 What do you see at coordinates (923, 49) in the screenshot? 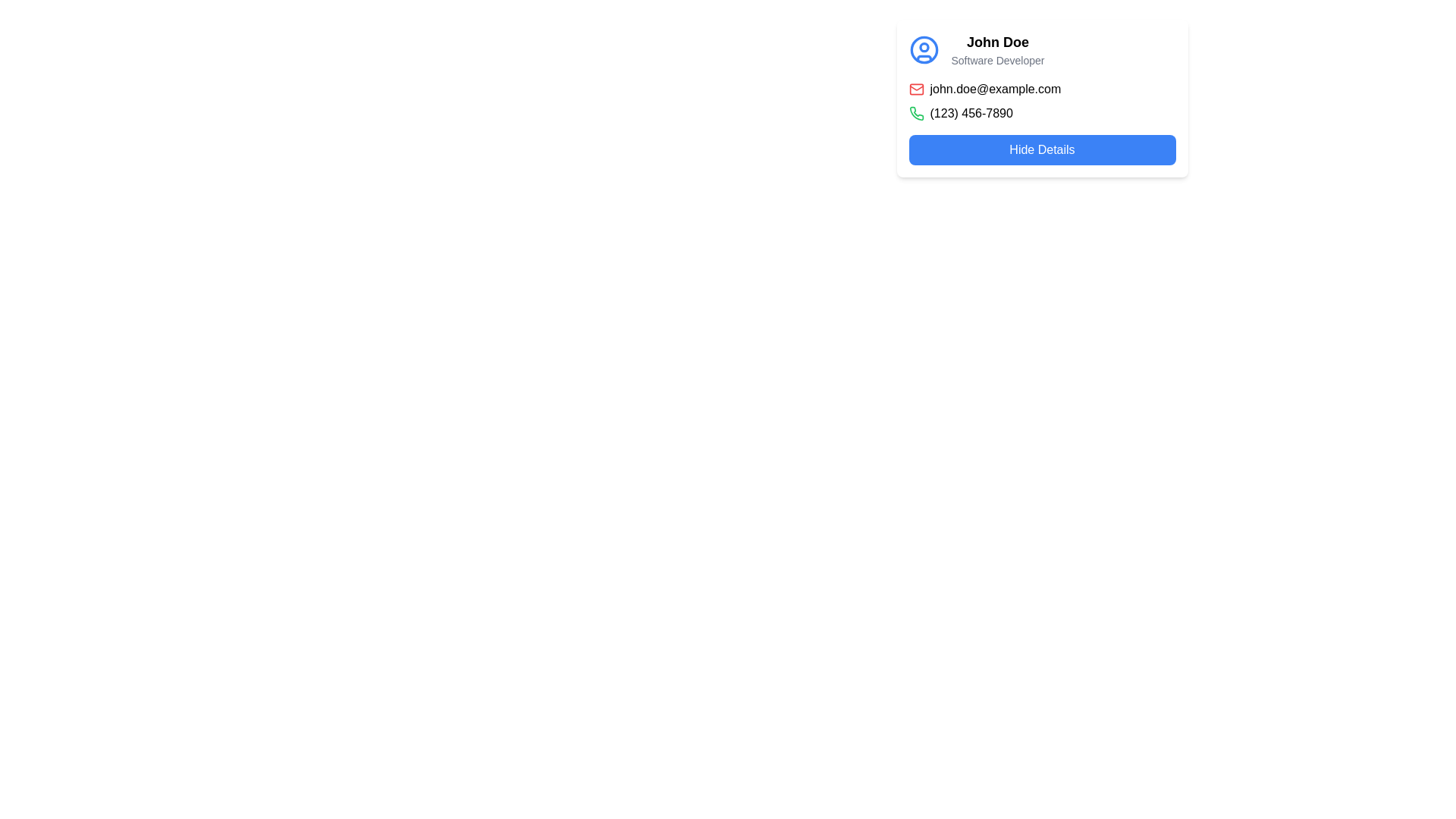
I see `the user profile icon, which is a circular icon with a blue outline located in the top-left corner of a user details card` at bounding box center [923, 49].